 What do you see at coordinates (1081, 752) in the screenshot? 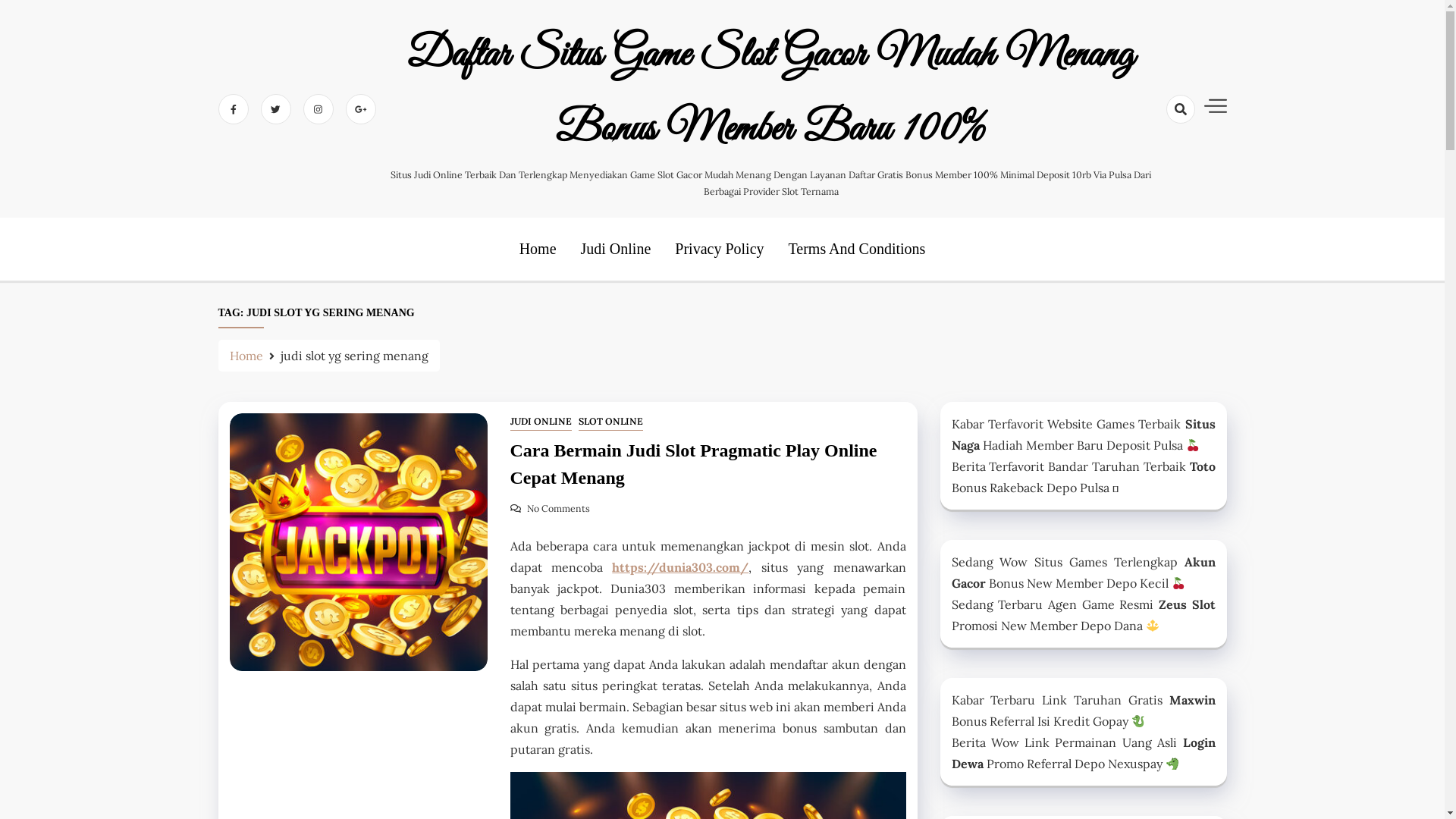
I see `'Login Dewa'` at bounding box center [1081, 752].